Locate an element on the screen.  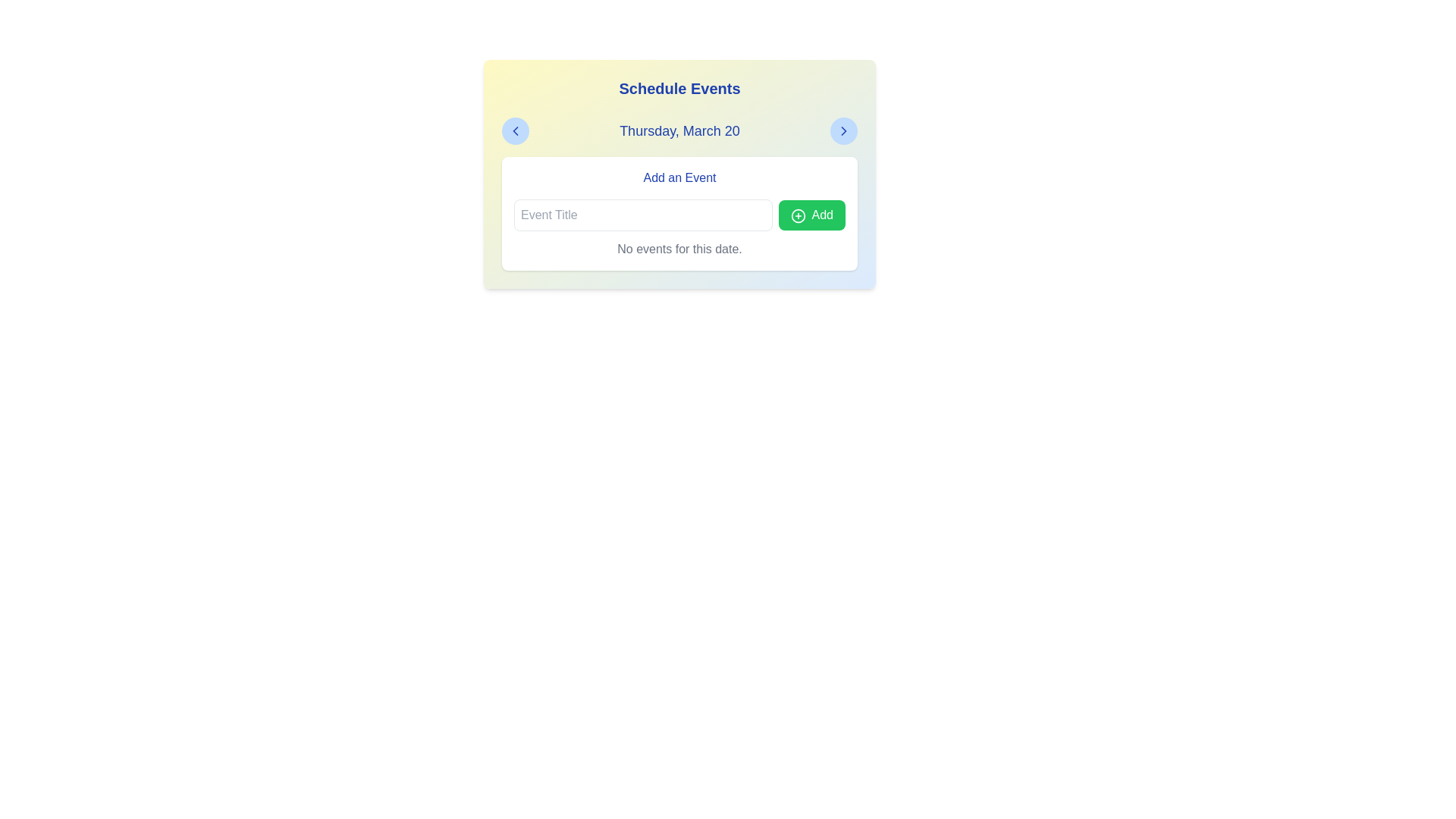
the 'Add' button icon is located at coordinates (797, 215).